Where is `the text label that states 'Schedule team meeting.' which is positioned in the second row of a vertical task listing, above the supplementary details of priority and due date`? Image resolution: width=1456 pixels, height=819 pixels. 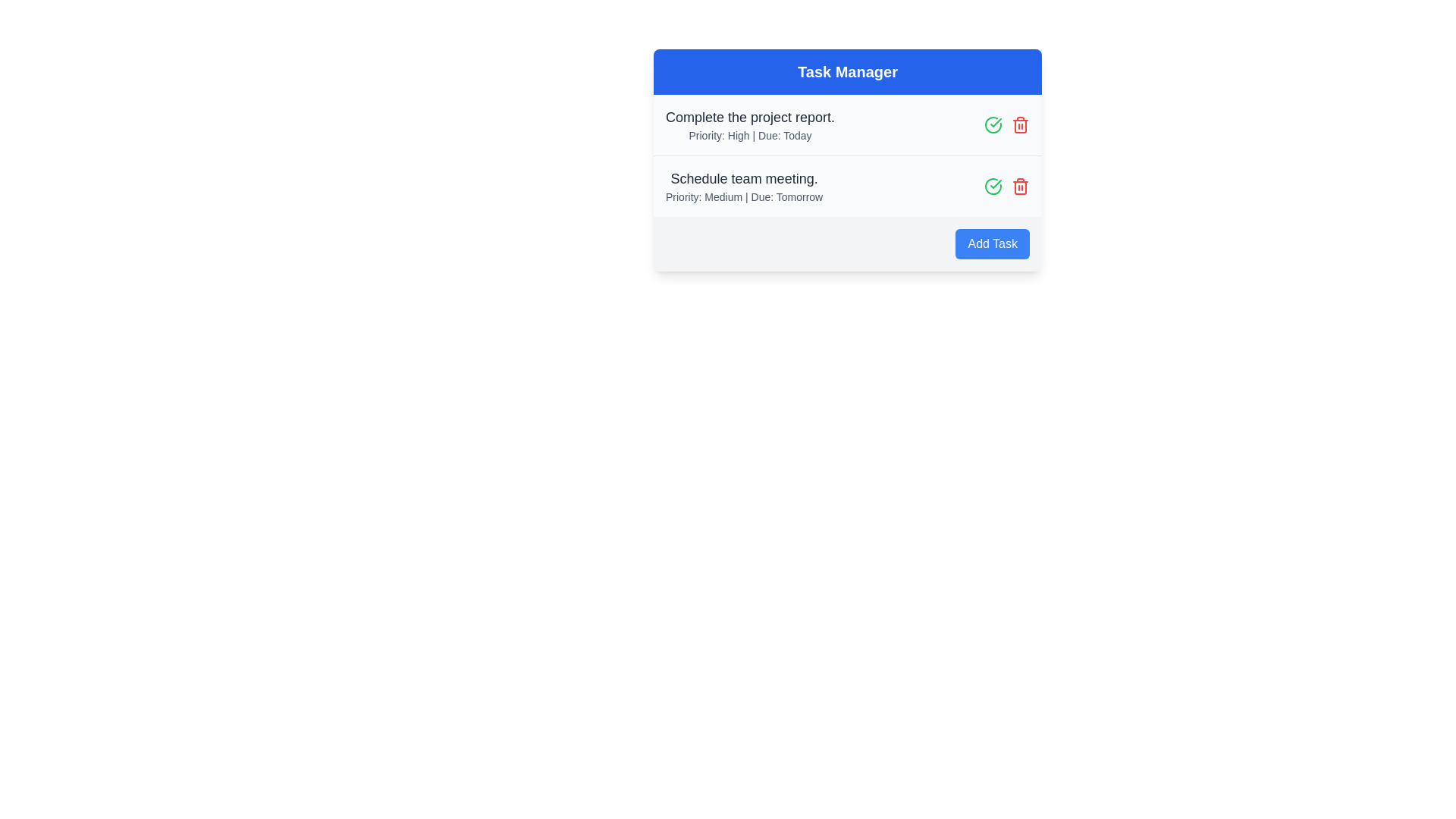 the text label that states 'Schedule team meeting.' which is positioned in the second row of a vertical task listing, above the supplementary details of priority and due date is located at coordinates (744, 177).